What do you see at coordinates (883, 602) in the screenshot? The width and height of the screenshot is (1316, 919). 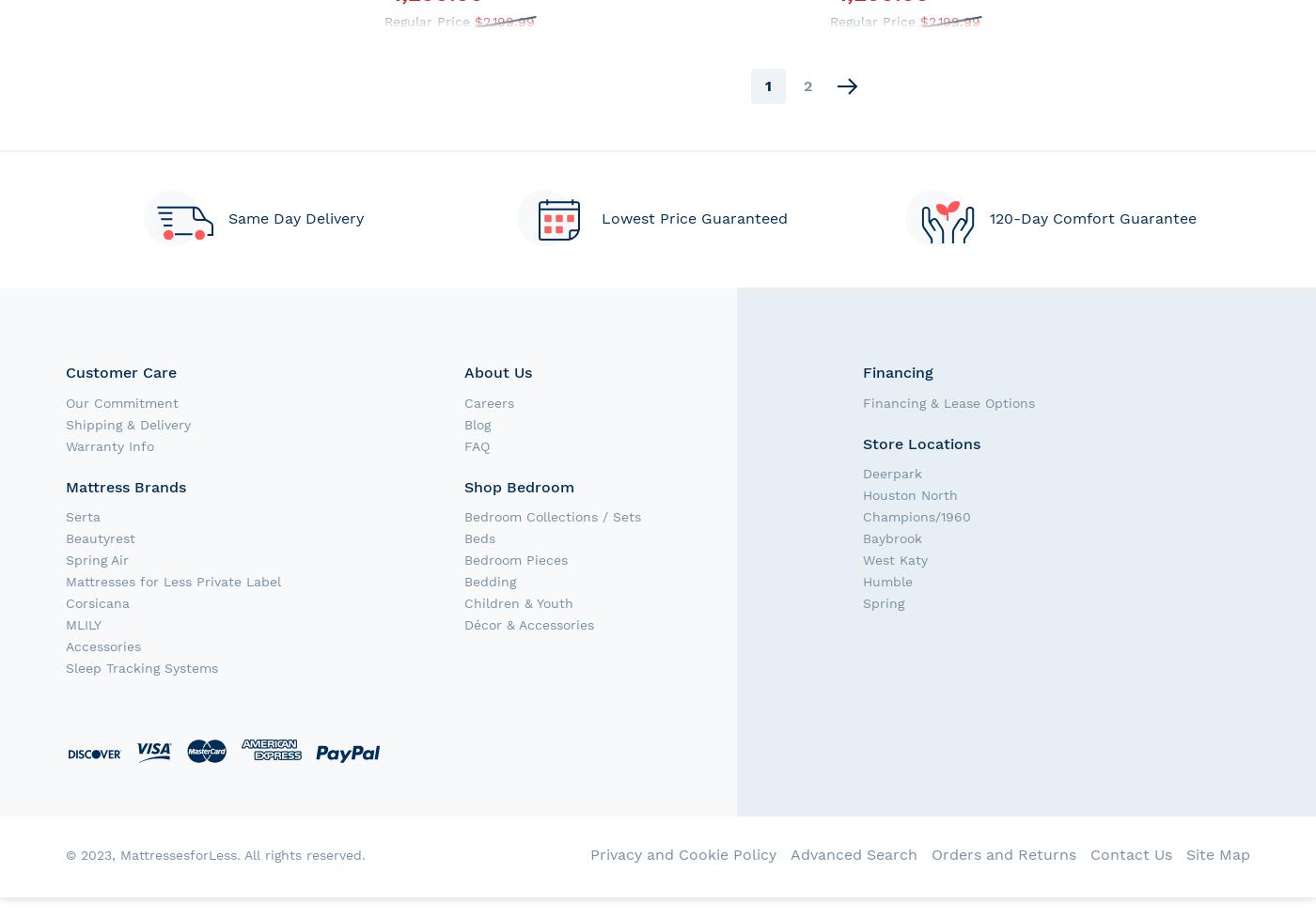 I see `'Spring'` at bounding box center [883, 602].